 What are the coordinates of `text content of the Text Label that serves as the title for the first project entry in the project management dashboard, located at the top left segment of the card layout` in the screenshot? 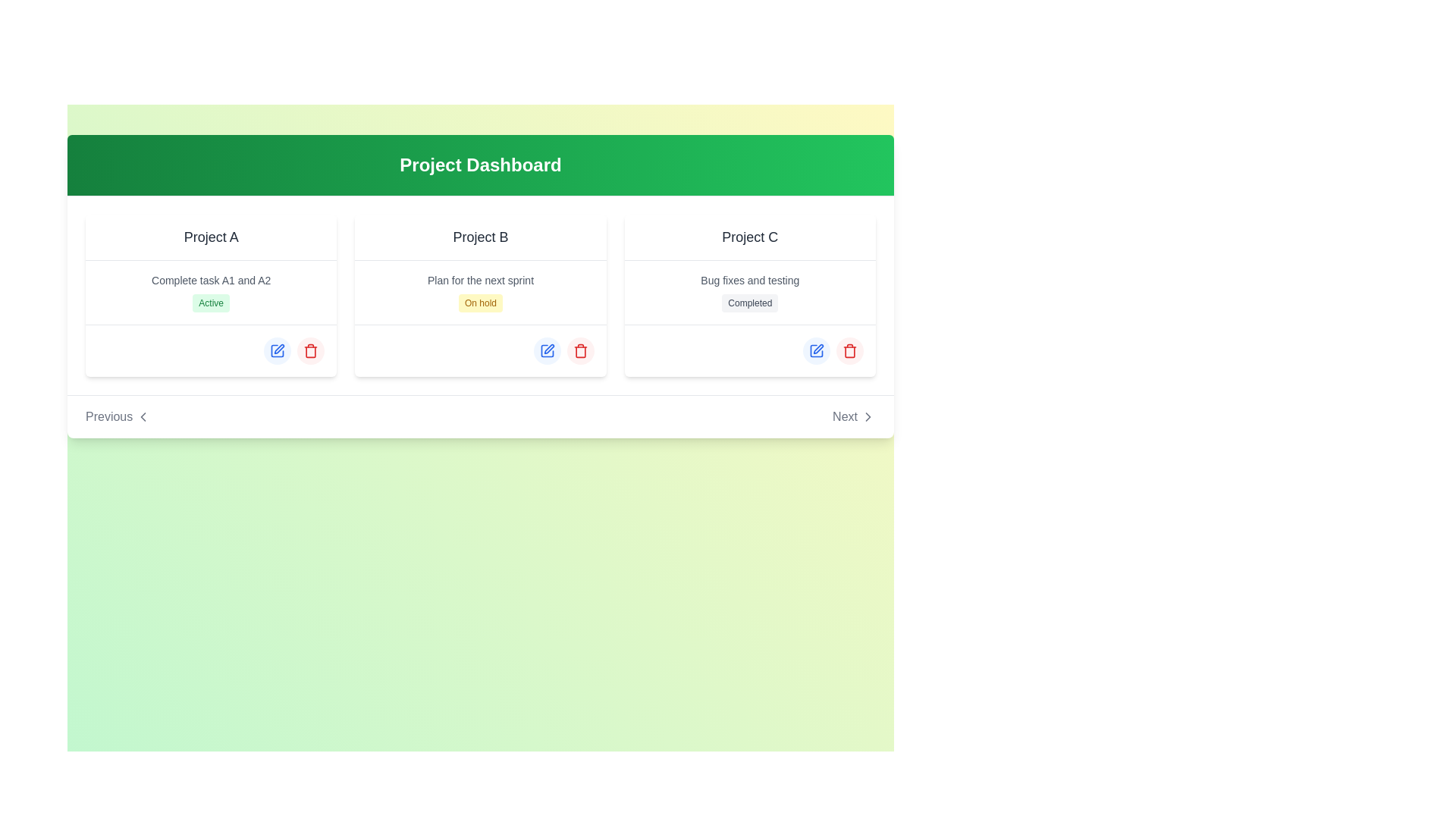 It's located at (210, 237).